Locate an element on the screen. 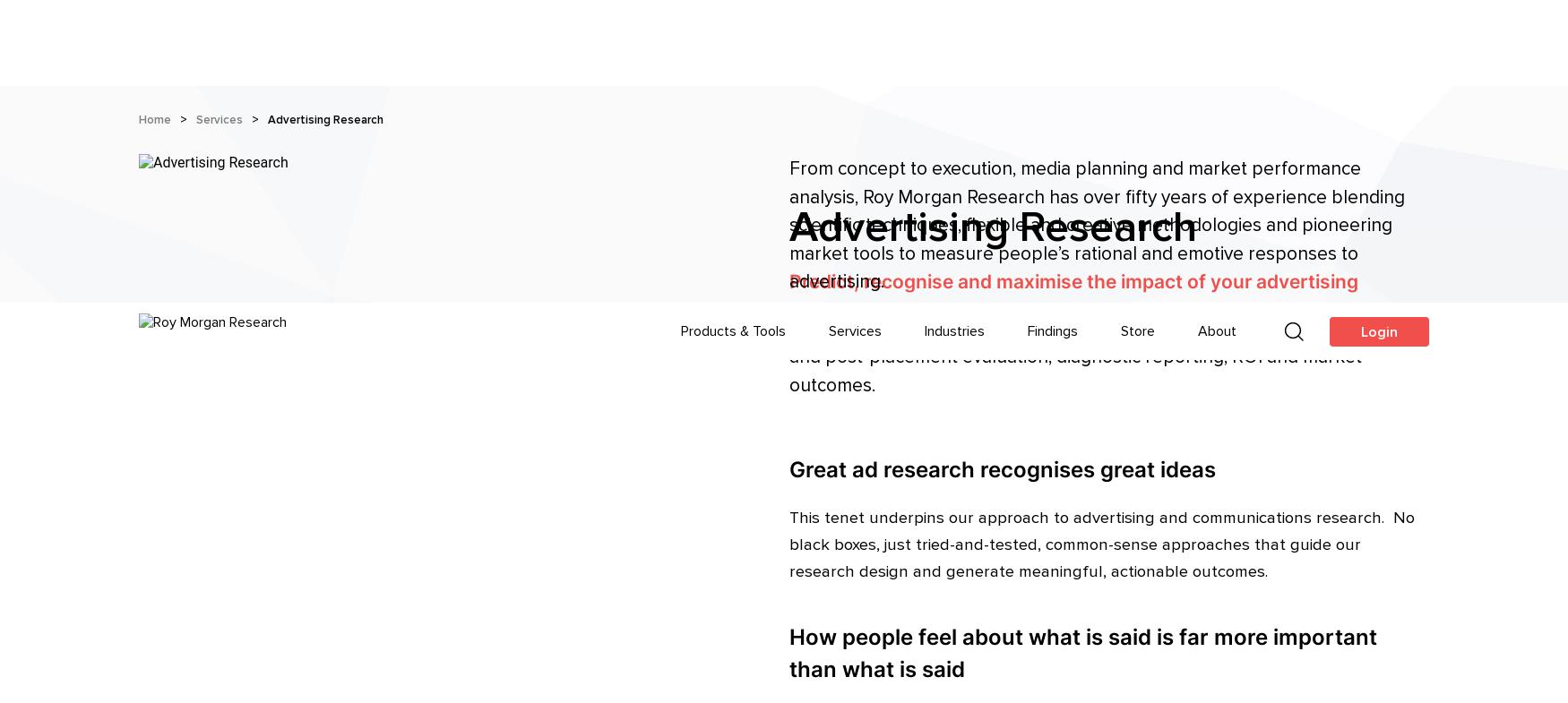 This screenshot has height=703, width=1568. 'About' is located at coordinates (1217, 27).